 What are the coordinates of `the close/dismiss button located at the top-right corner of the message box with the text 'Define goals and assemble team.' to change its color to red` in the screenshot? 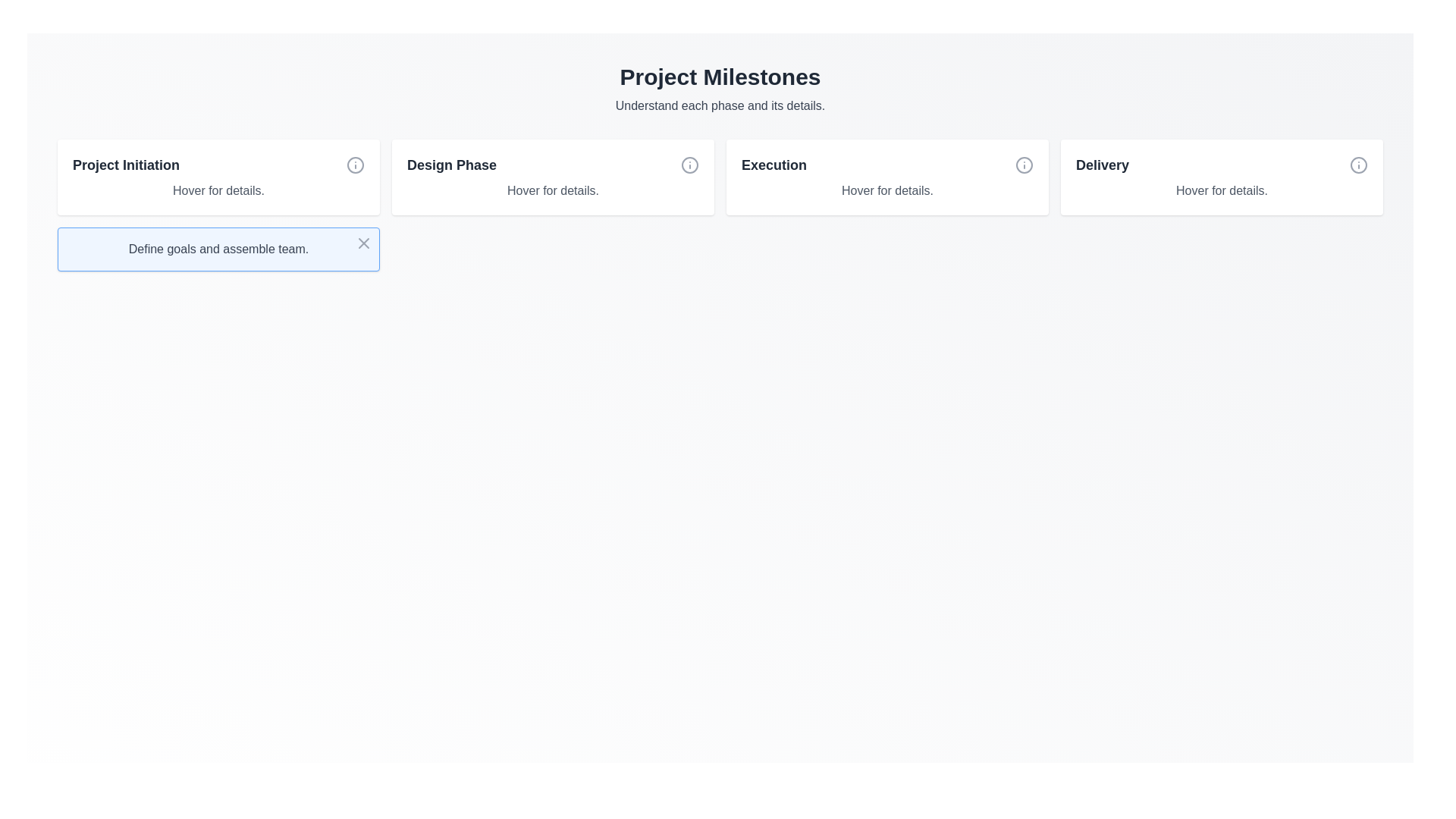 It's located at (364, 242).